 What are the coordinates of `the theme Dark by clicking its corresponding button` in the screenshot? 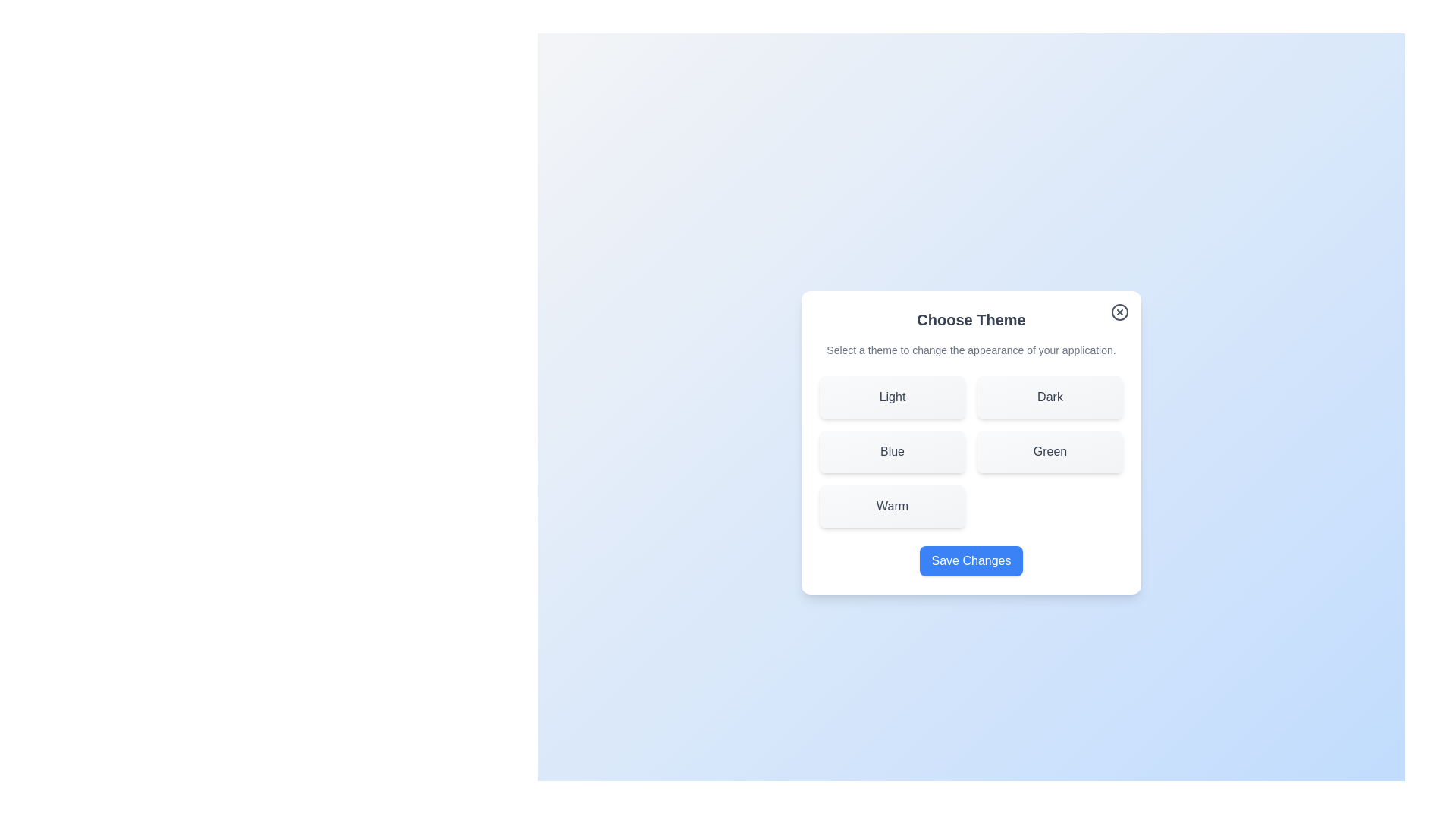 It's located at (1050, 397).